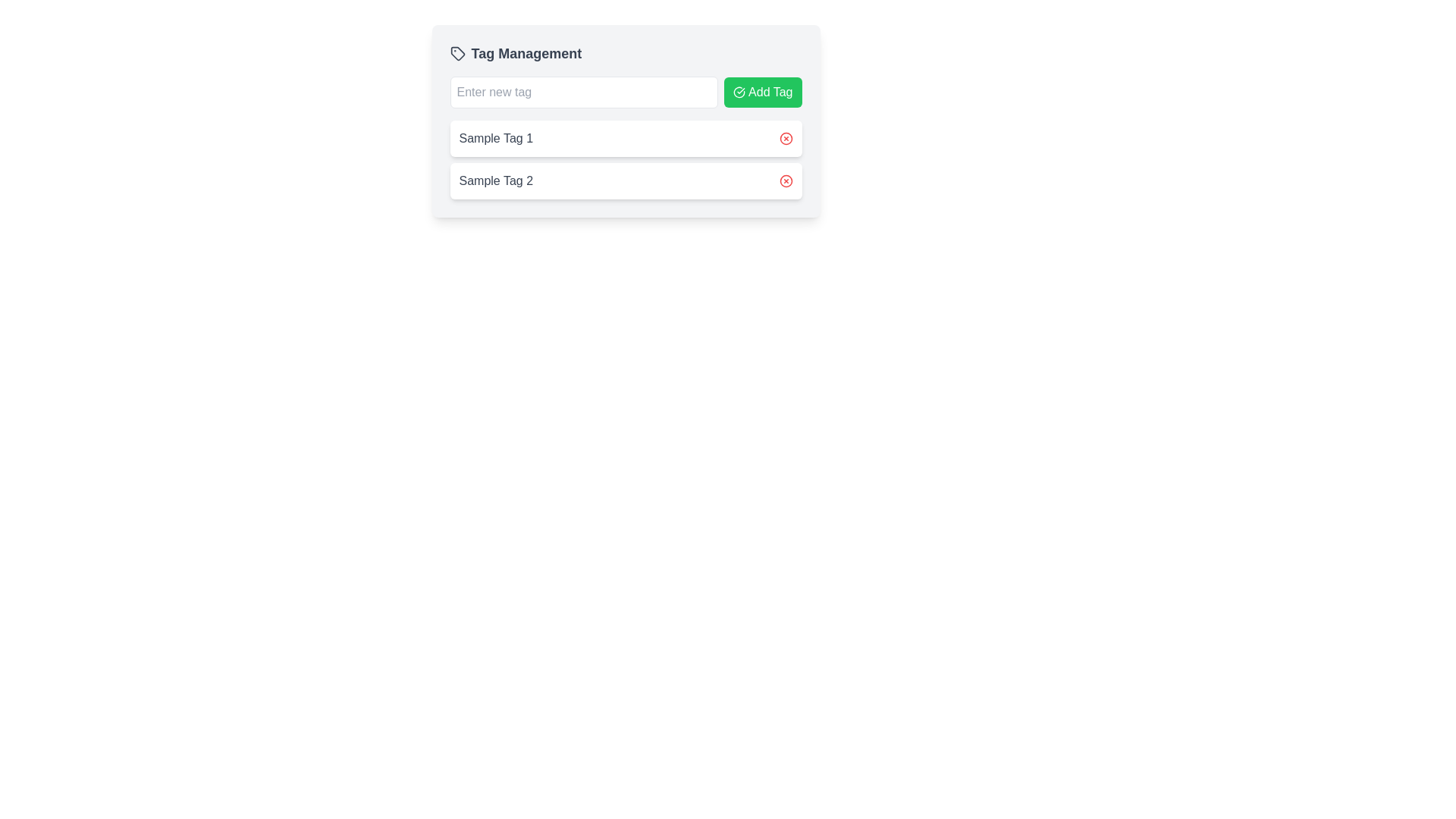  Describe the element at coordinates (457, 52) in the screenshot. I see `the icon located to the left of the 'Tag Management' heading, which serves as a visual indicator for the section` at that location.